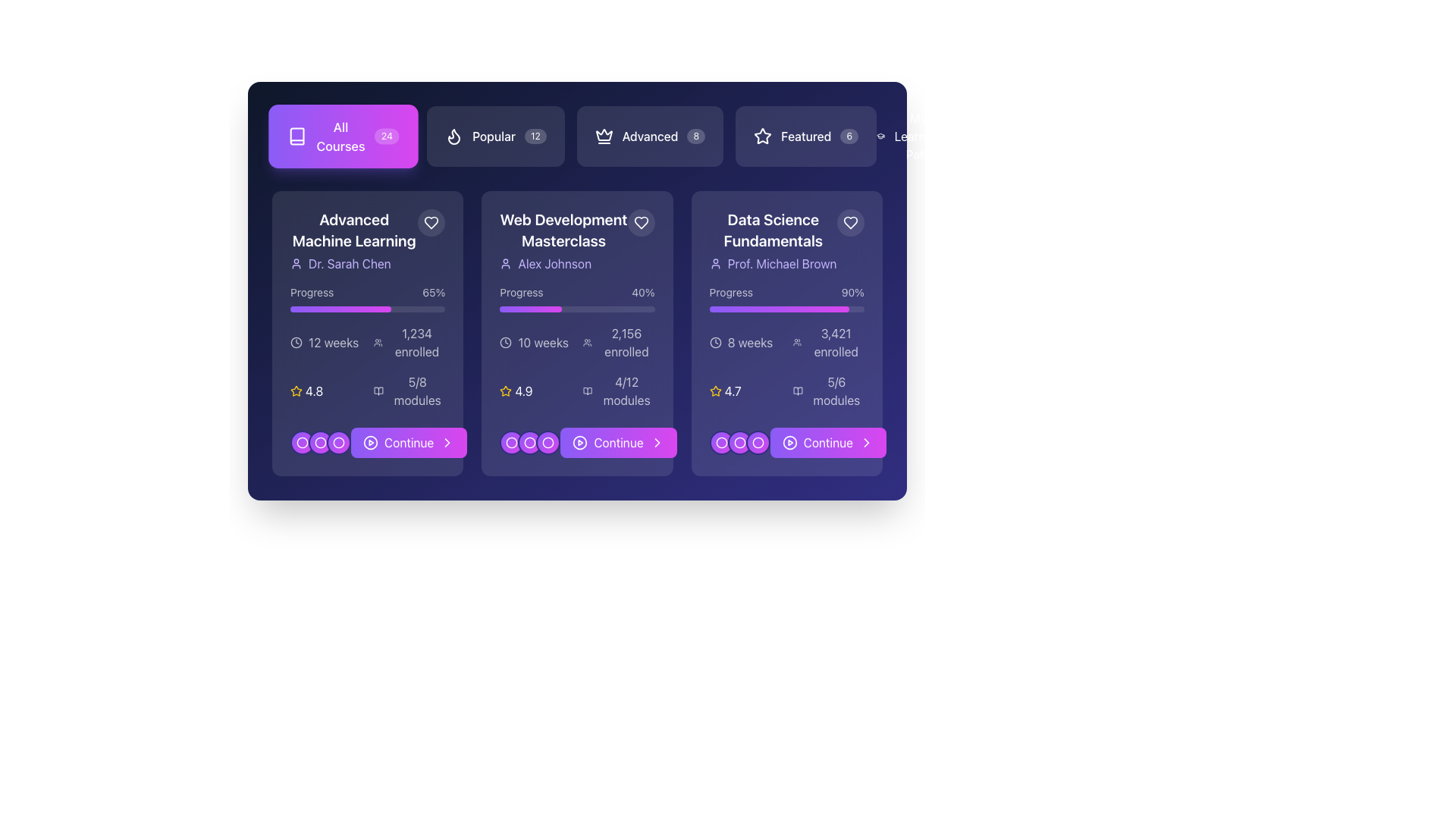 This screenshot has height=819, width=1456. I want to click on the text label reading 'Progress' located in the upper section of the second card, directly to the left of the percentage indicator '40%', so click(521, 292).